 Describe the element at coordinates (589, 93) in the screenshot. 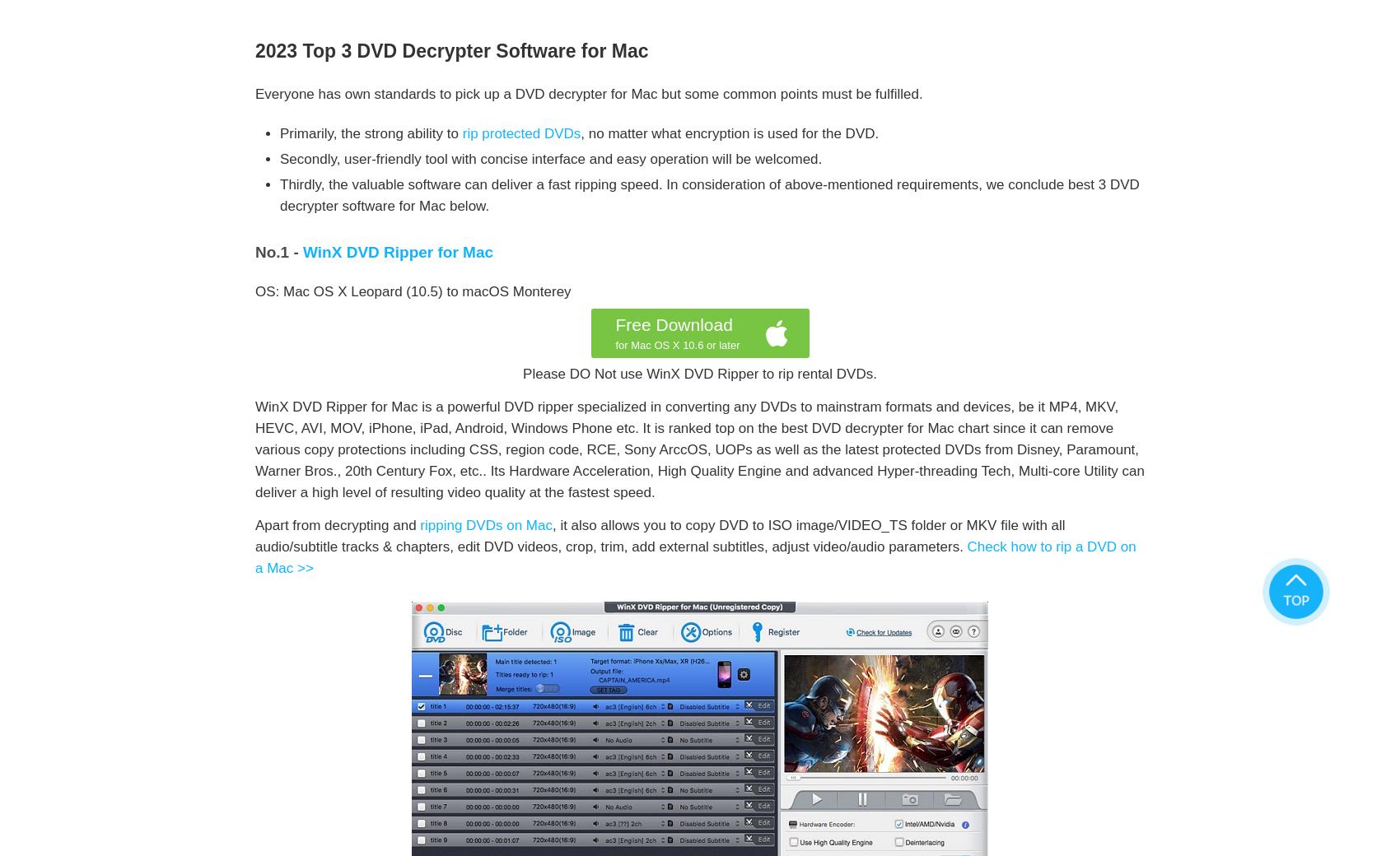

I see `'Everyone has own standards to pick up a DVD decrypter for Mac but some common points must be fulfilled.'` at that location.